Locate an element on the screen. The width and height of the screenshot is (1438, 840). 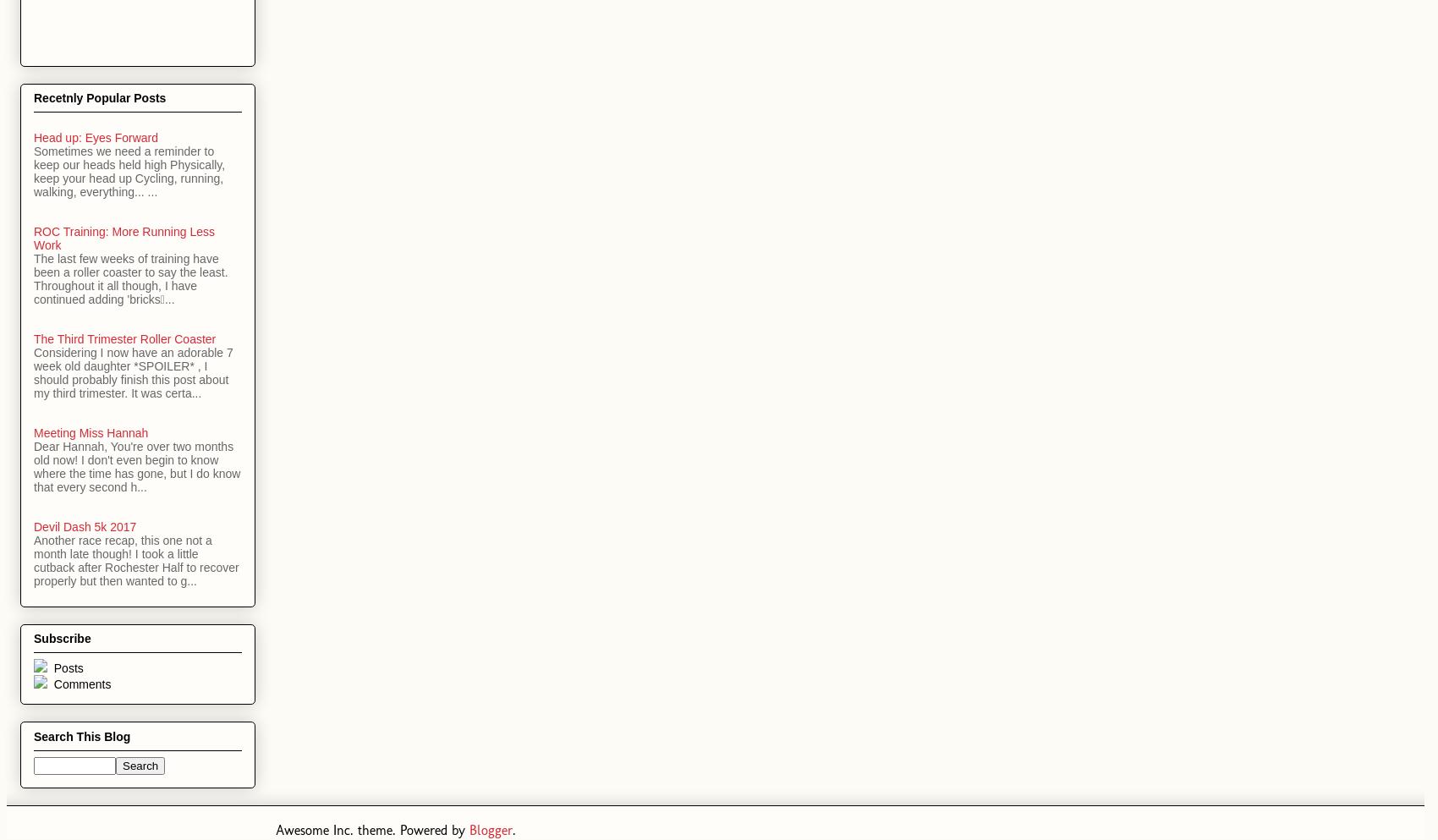
'Meeting Miss Hannah' is located at coordinates (90, 432).